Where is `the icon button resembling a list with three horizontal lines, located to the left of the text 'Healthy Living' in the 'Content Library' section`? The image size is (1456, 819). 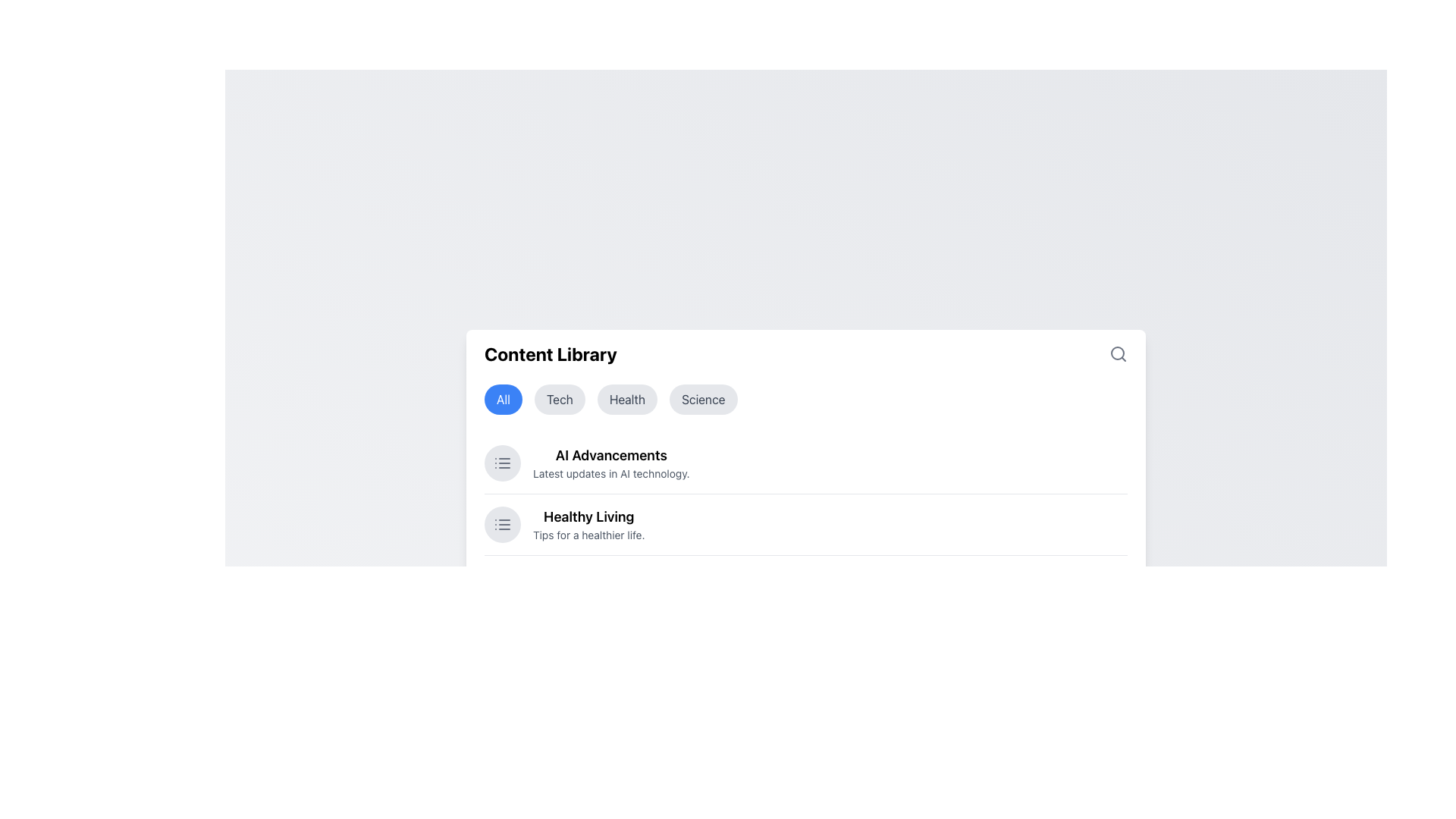 the icon button resembling a list with three horizontal lines, located to the left of the text 'Healthy Living' in the 'Content Library' section is located at coordinates (502, 462).